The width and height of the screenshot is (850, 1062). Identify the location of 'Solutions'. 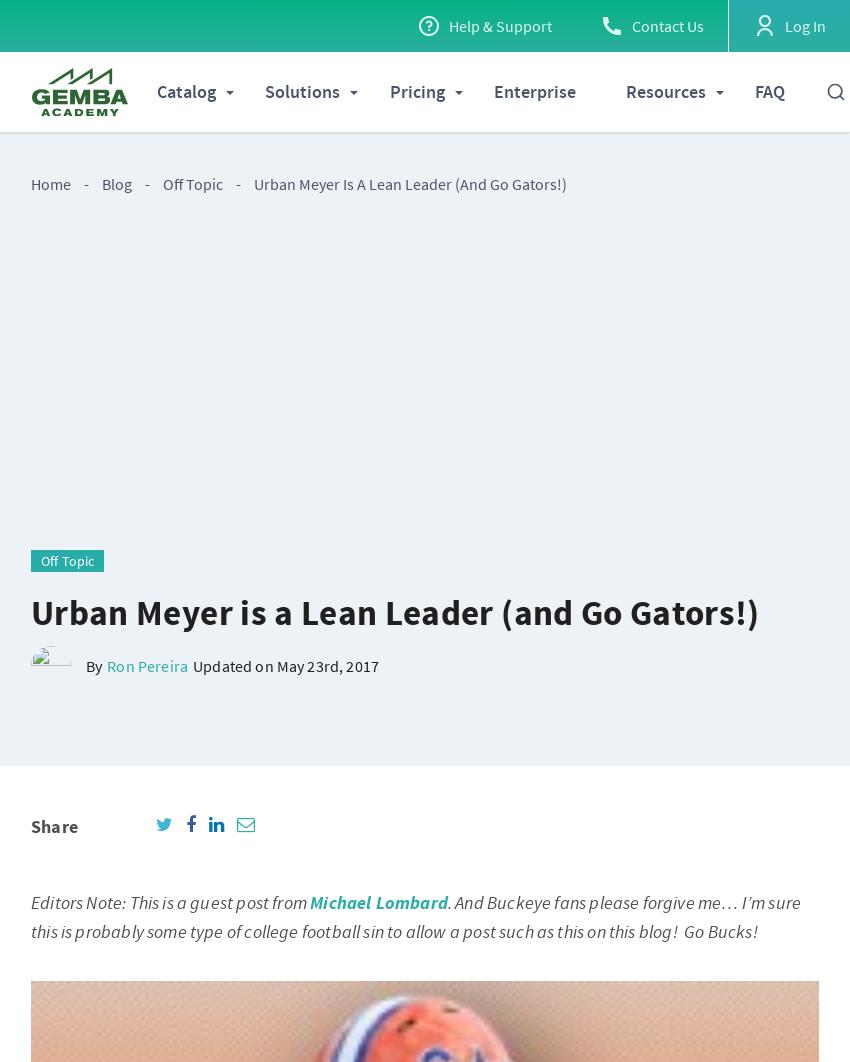
(302, 91).